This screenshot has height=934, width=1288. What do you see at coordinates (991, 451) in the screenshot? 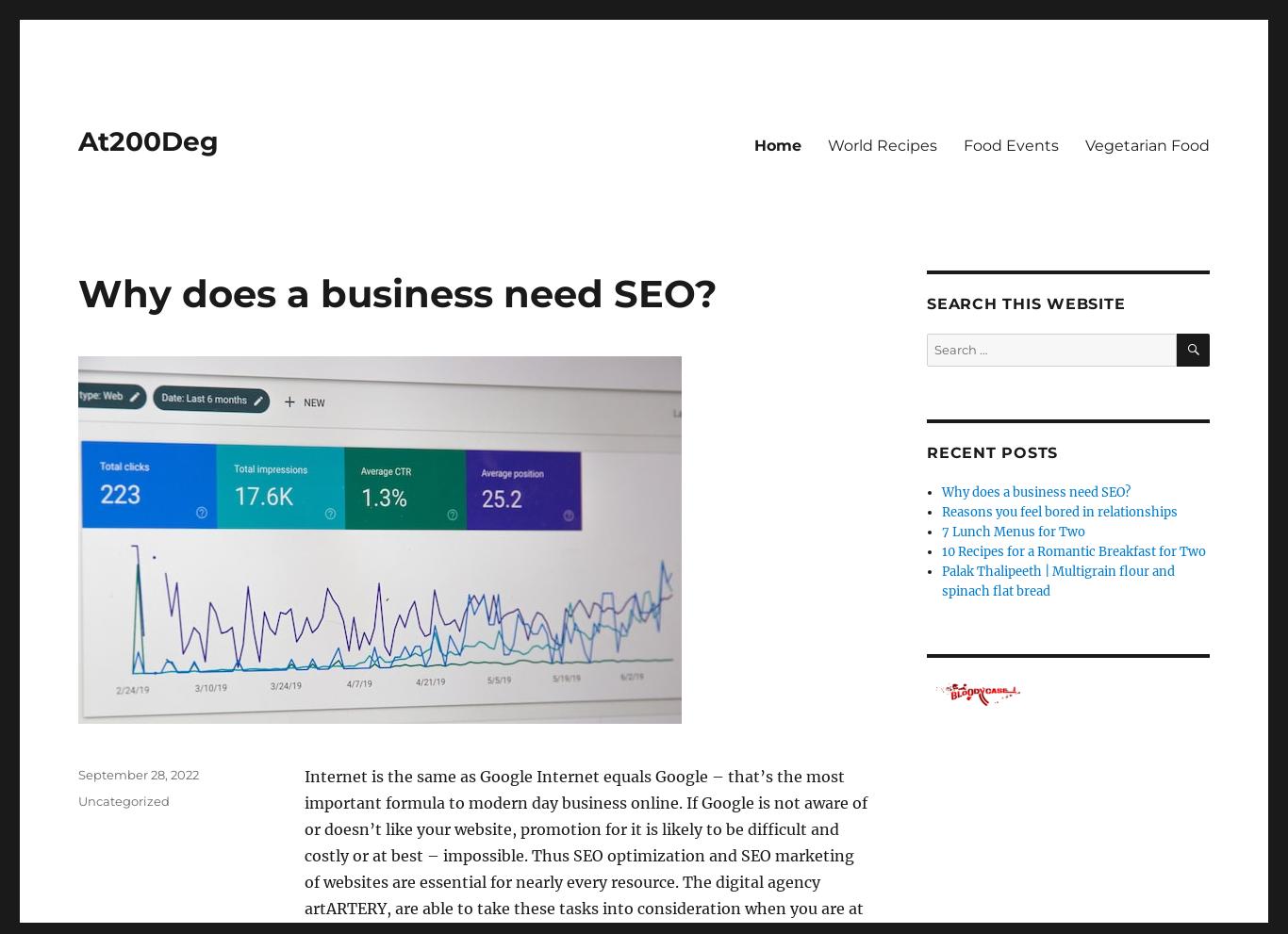
I see `'Recent Posts'` at bounding box center [991, 451].